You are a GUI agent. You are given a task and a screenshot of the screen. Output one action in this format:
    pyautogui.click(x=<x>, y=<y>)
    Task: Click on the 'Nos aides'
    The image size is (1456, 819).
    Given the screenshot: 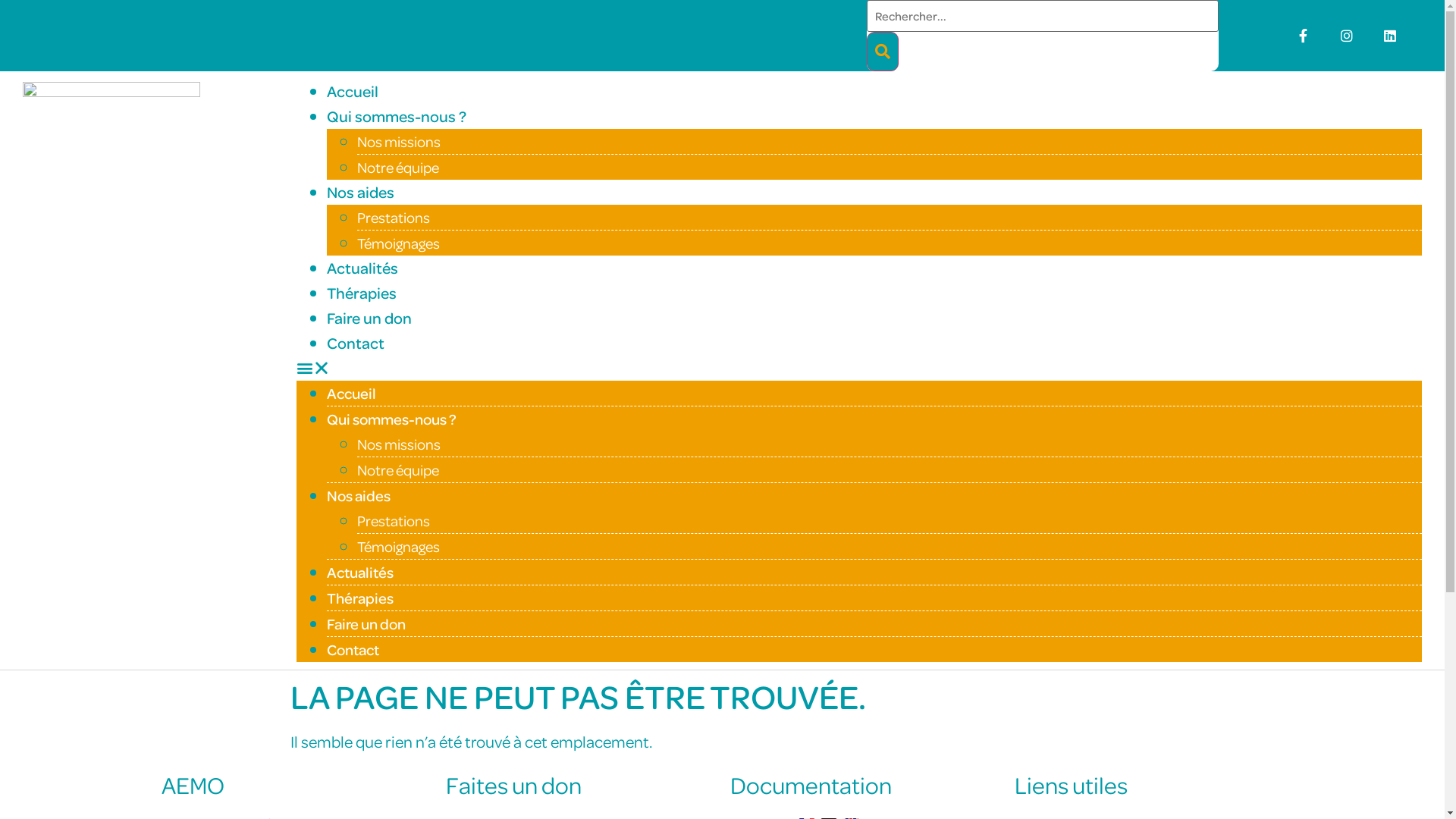 What is the action you would take?
    pyautogui.click(x=358, y=495)
    